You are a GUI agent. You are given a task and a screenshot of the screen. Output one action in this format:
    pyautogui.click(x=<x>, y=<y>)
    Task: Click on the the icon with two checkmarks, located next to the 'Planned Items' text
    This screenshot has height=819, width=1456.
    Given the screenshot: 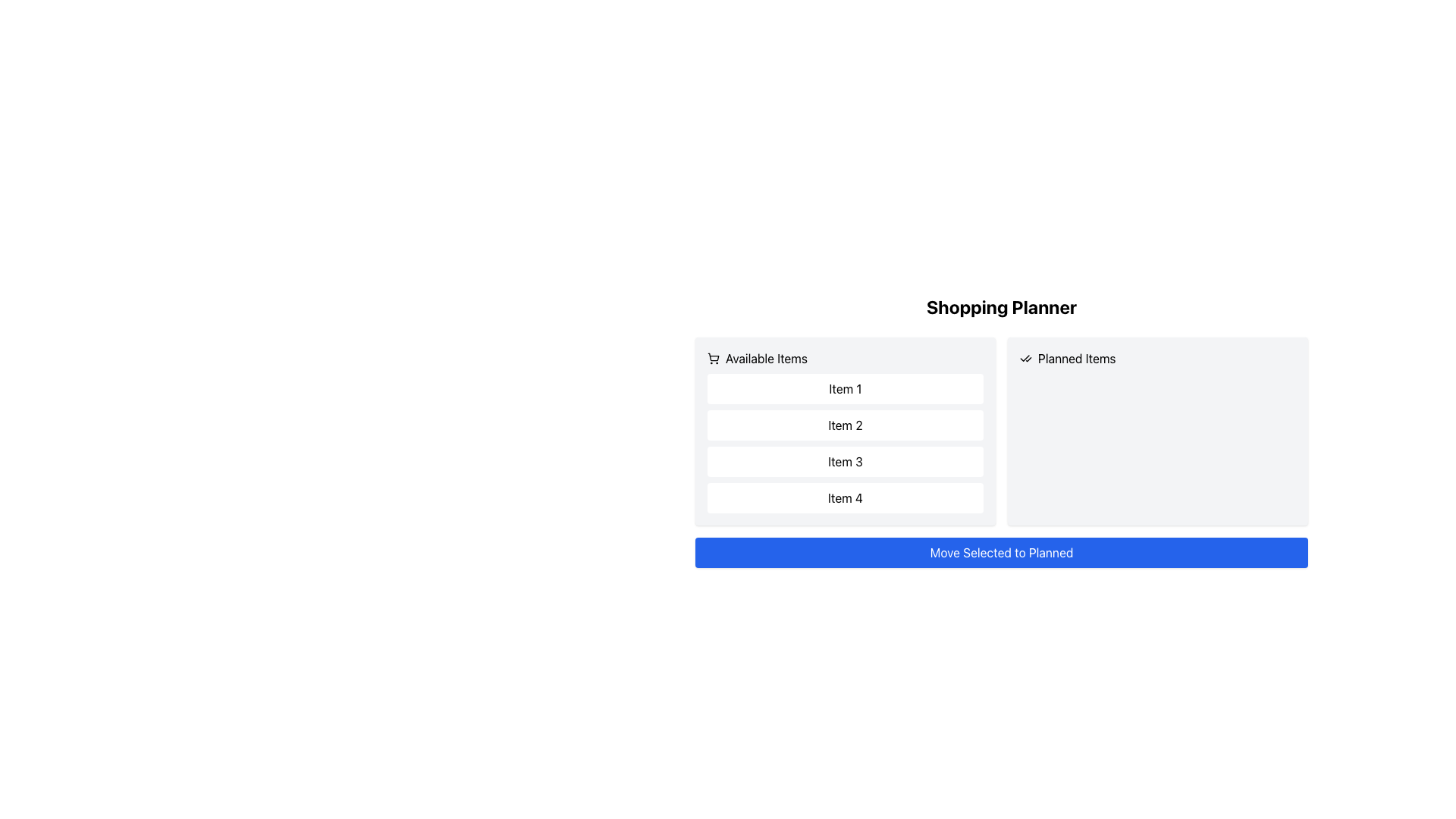 What is the action you would take?
    pyautogui.click(x=1026, y=359)
    